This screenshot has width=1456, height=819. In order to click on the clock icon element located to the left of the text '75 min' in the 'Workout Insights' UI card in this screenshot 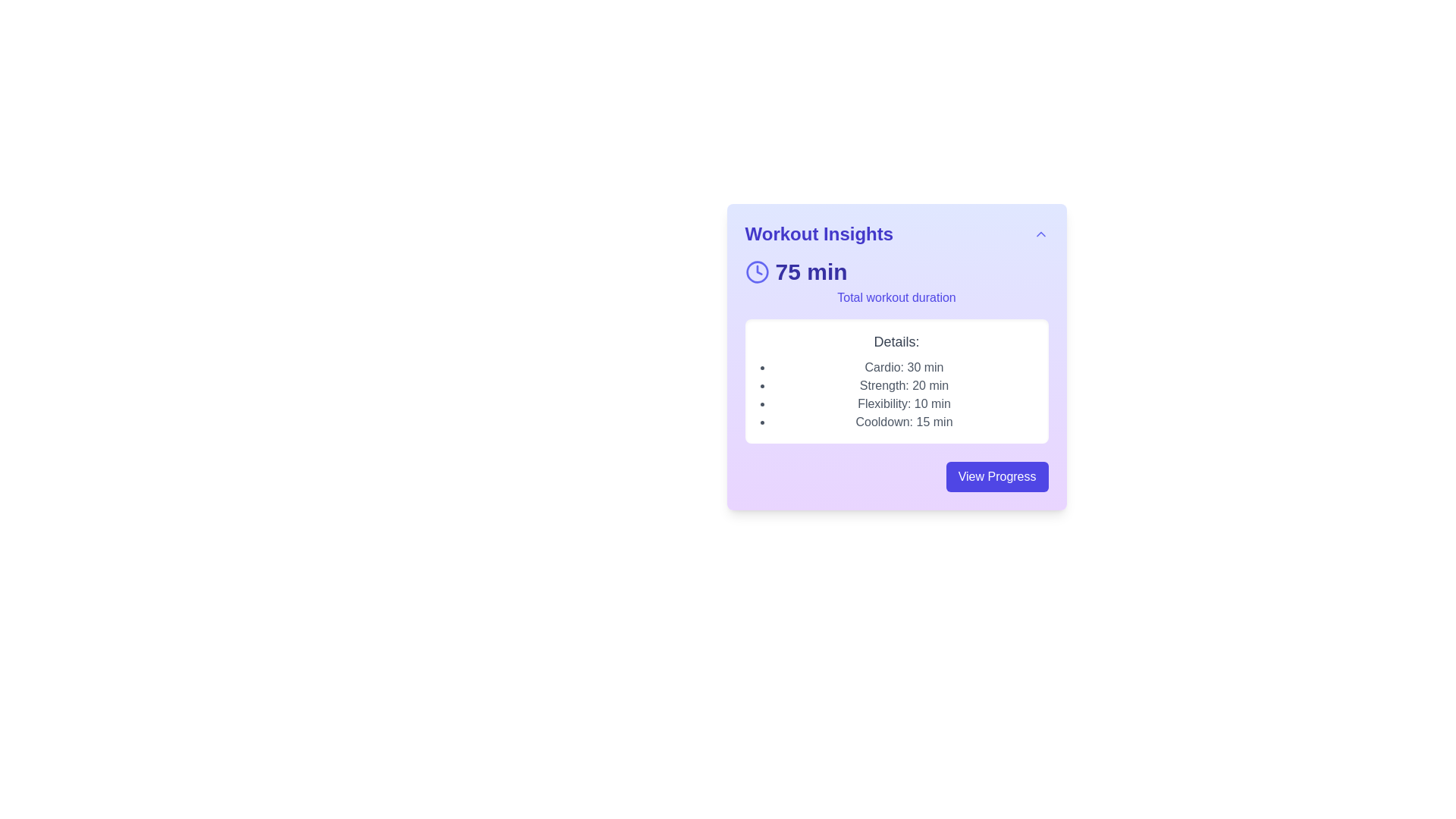, I will do `click(757, 271)`.